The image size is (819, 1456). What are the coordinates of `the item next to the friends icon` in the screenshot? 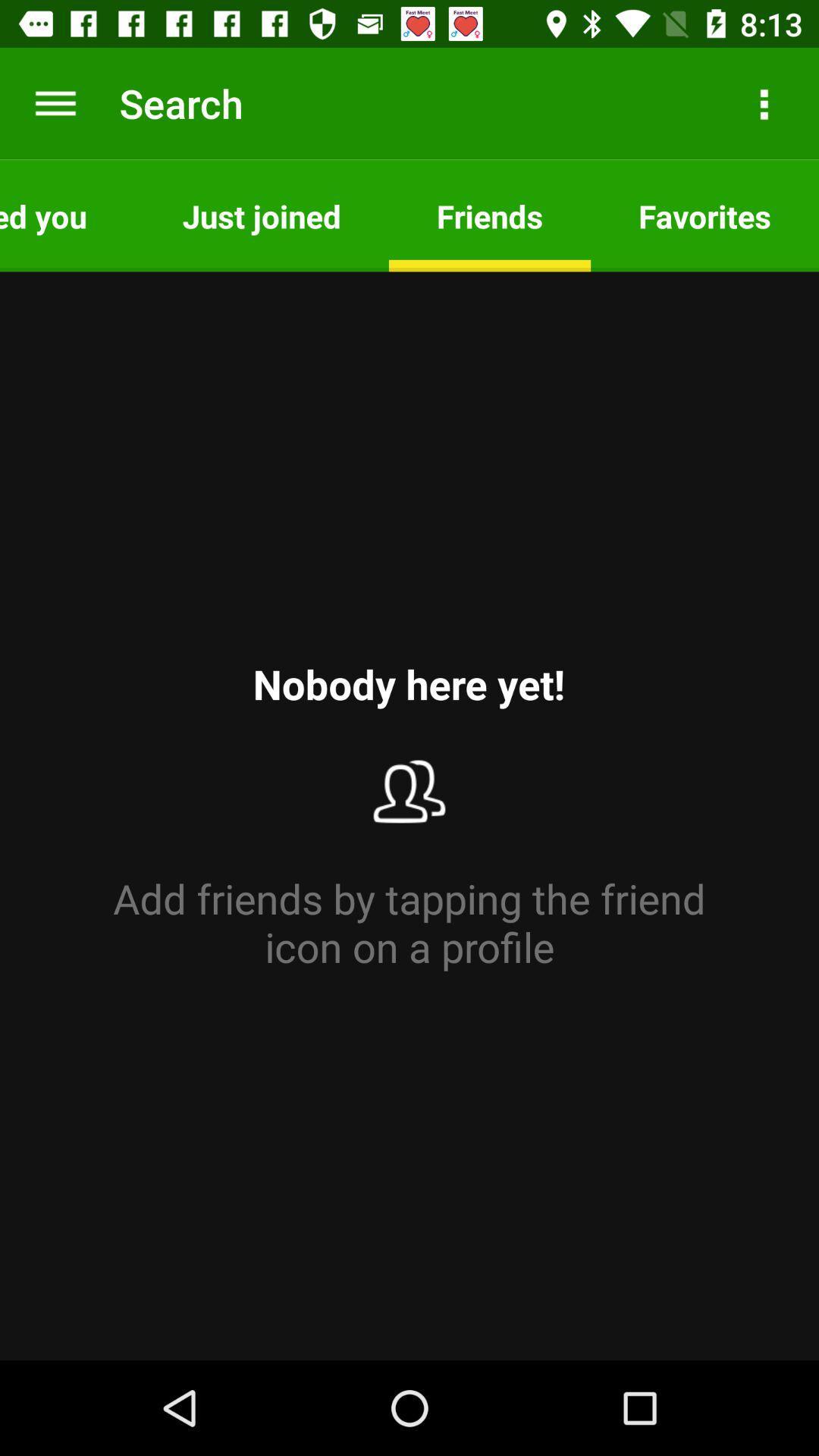 It's located at (704, 215).